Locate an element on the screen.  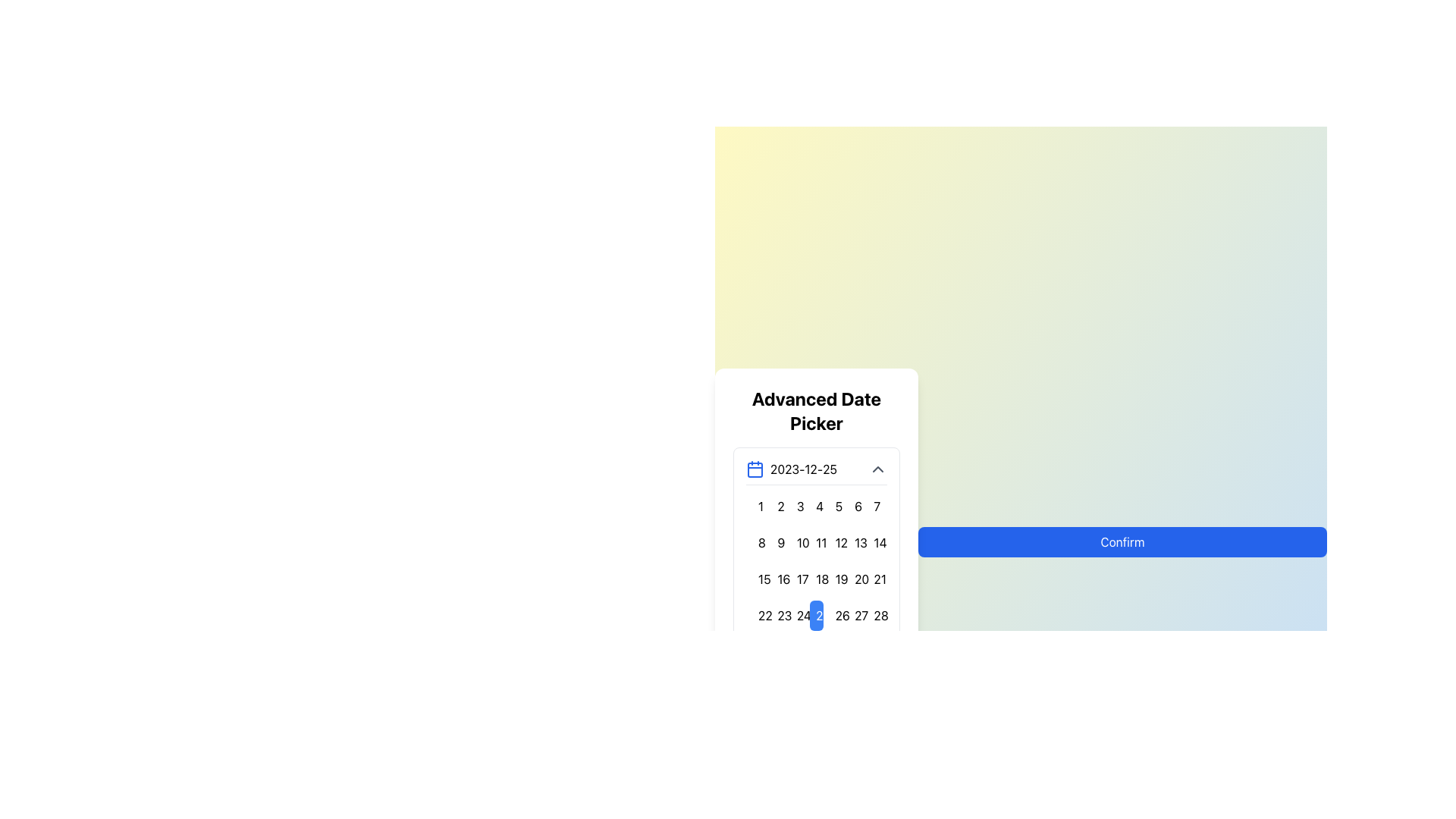
the interactive button representing the third day of the month in the calendar grid located below 'Advanced Date Picker' is located at coordinates (796, 506).